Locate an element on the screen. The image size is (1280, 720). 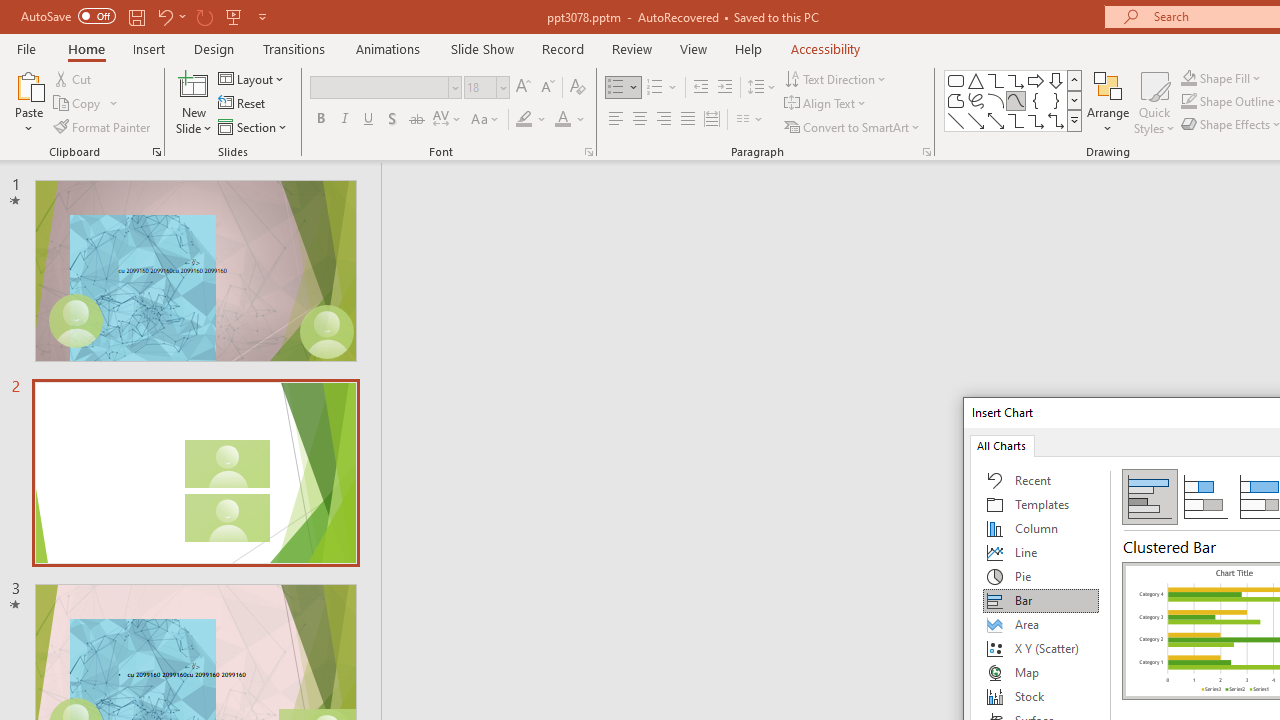
'Convert to SmartArt' is located at coordinates (853, 127).